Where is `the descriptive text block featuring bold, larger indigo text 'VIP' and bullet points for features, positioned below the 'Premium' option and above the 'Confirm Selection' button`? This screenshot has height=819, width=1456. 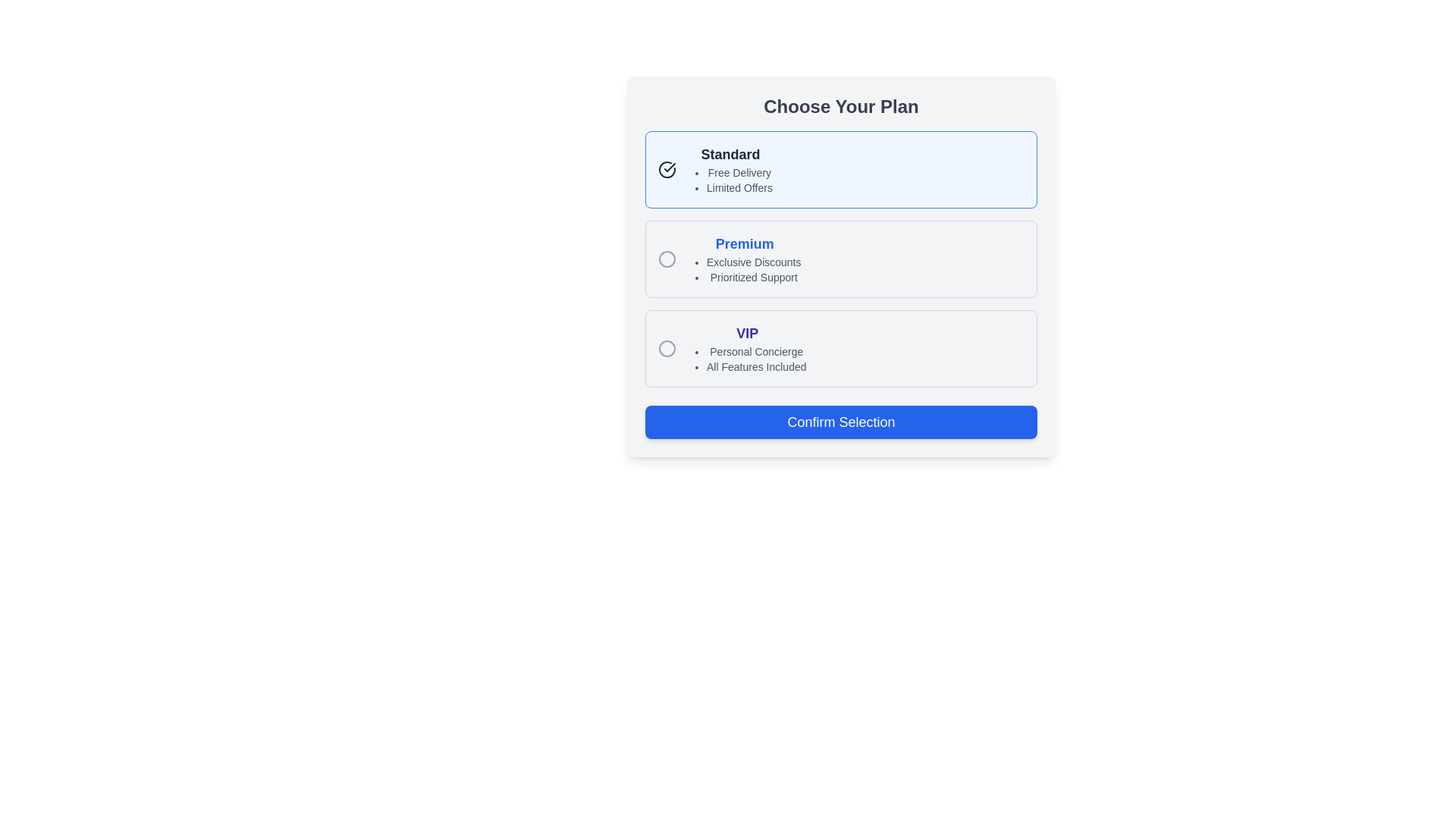 the descriptive text block featuring bold, larger indigo text 'VIP' and bullet points for features, positioned below the 'Premium' option and above the 'Confirm Selection' button is located at coordinates (747, 348).